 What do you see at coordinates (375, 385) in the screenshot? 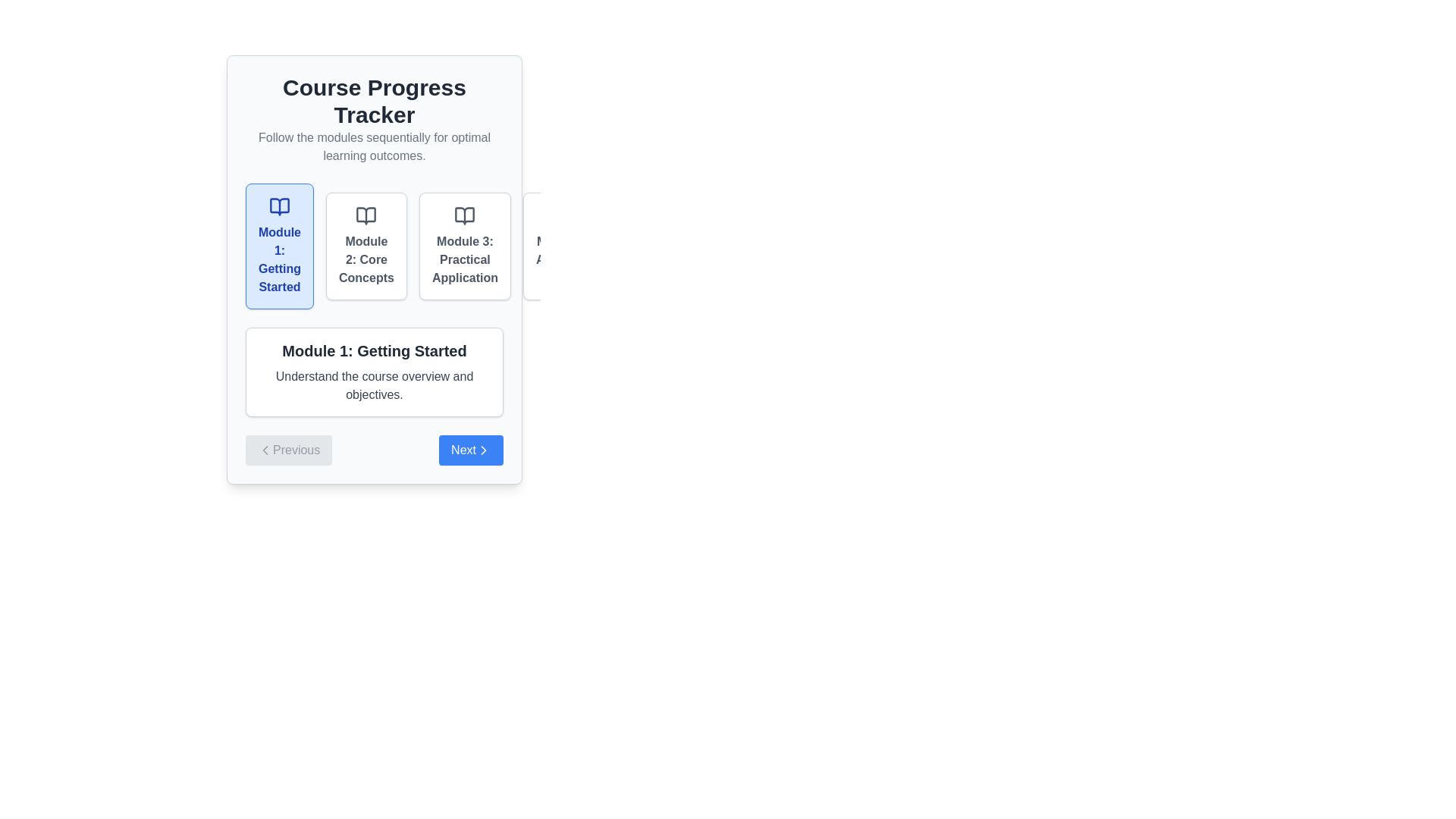
I see `the text block that provides additional information about 'Module 1: Getting Started', located directly below the module title` at bounding box center [375, 385].